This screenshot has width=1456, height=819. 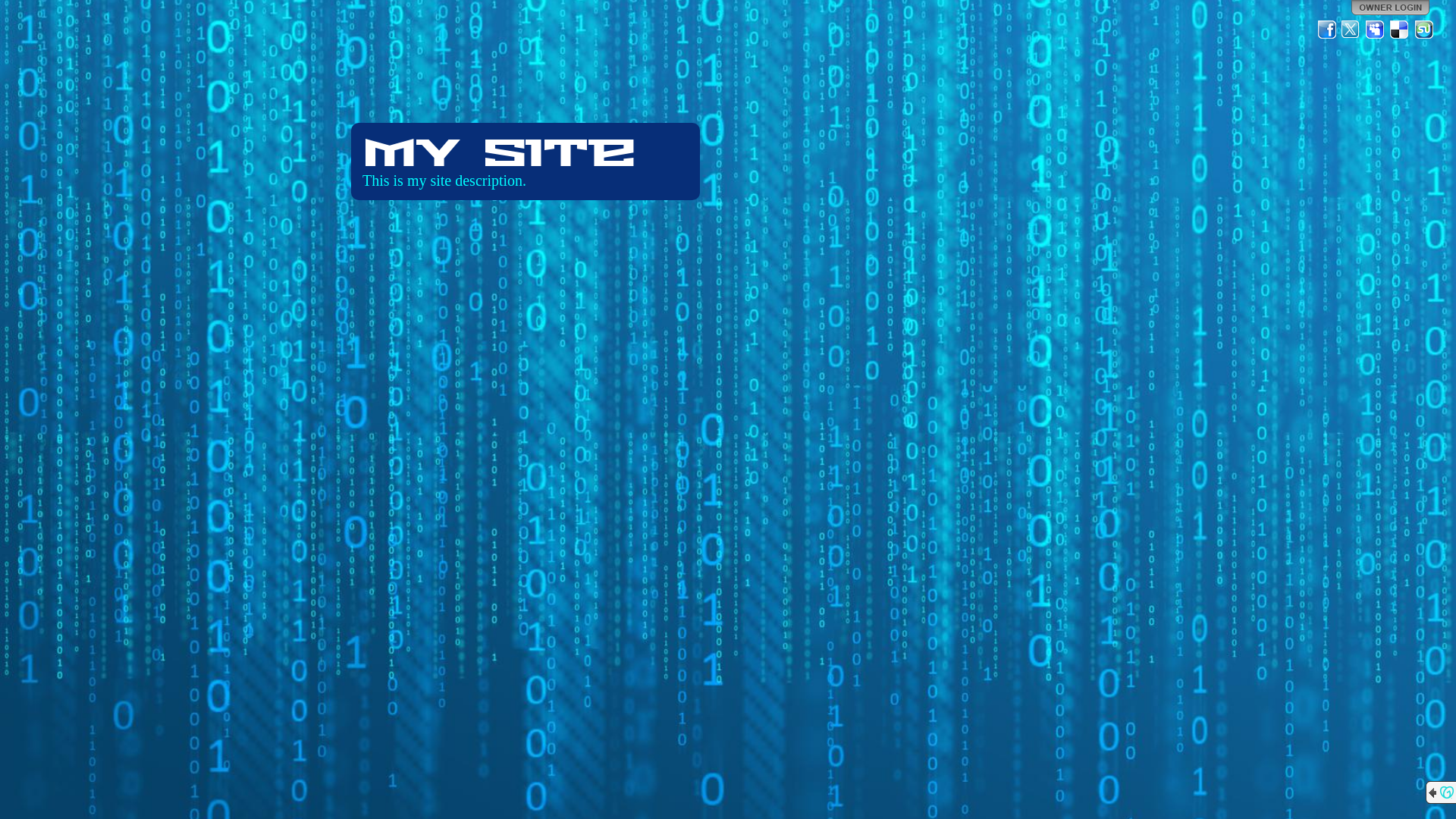 I want to click on 'MySpace', so click(x=1376, y=29).